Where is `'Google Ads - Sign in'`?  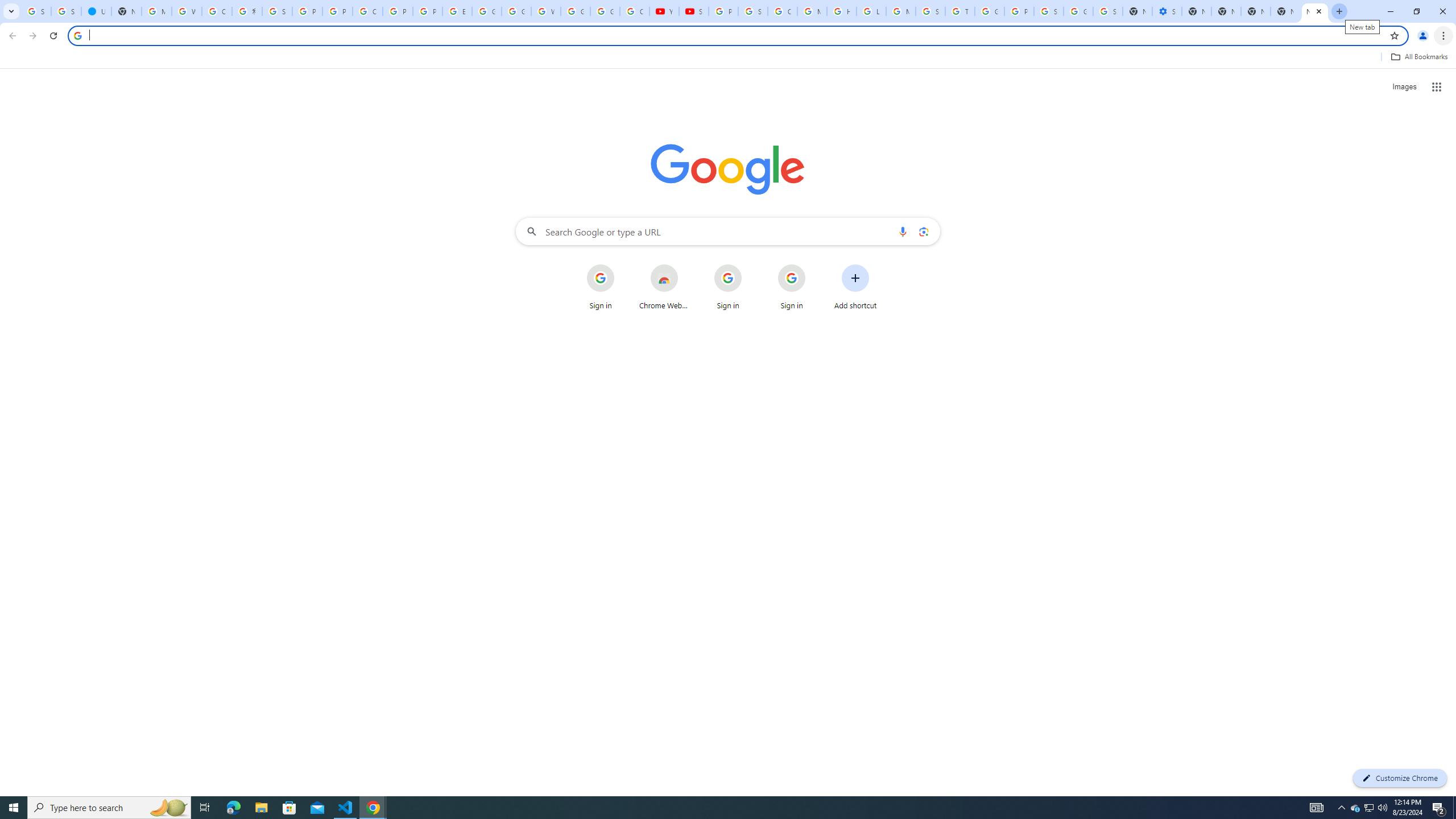
'Google Ads - Sign in' is located at coordinates (988, 11).